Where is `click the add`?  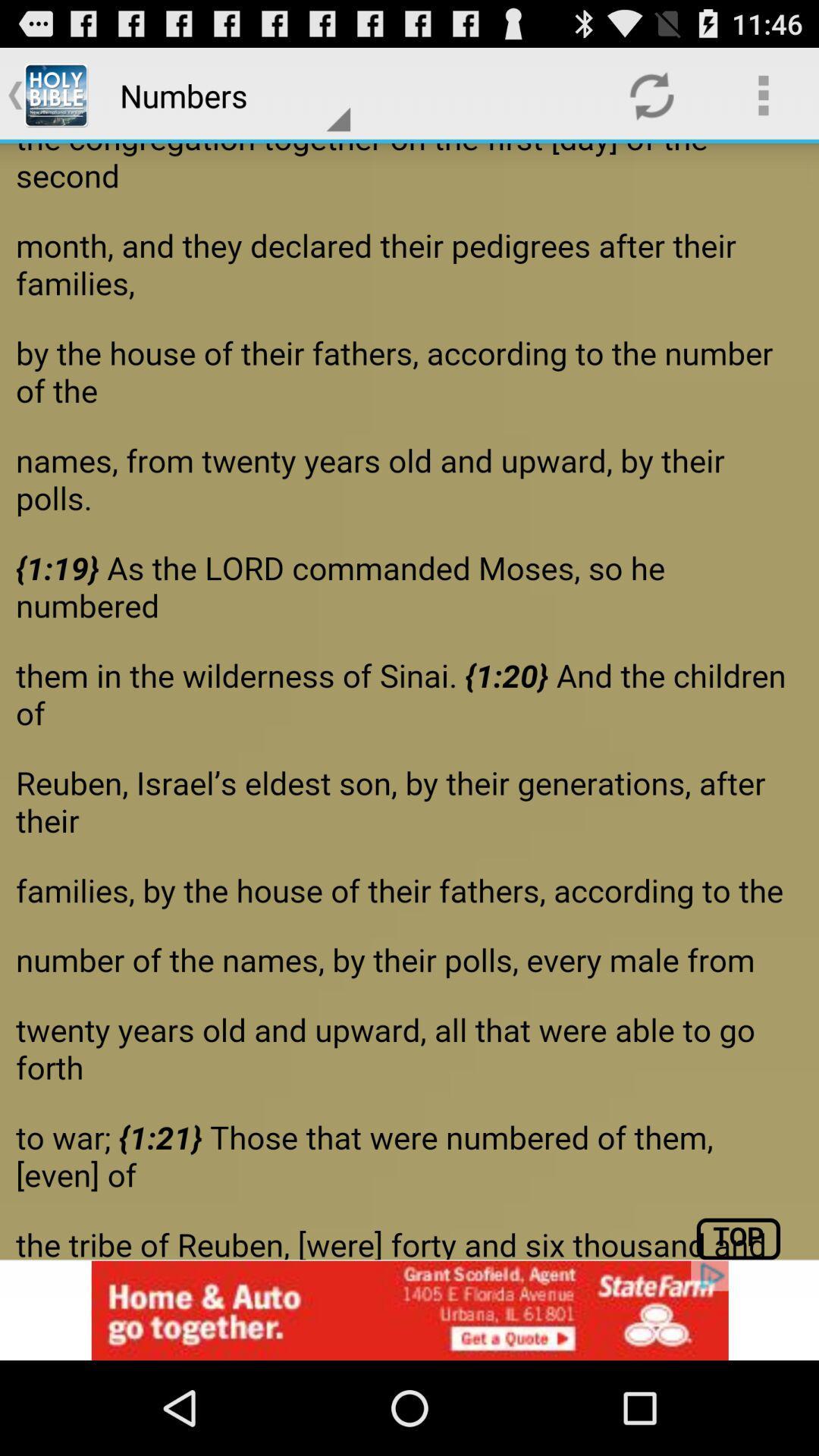
click the add is located at coordinates (409, 1310).